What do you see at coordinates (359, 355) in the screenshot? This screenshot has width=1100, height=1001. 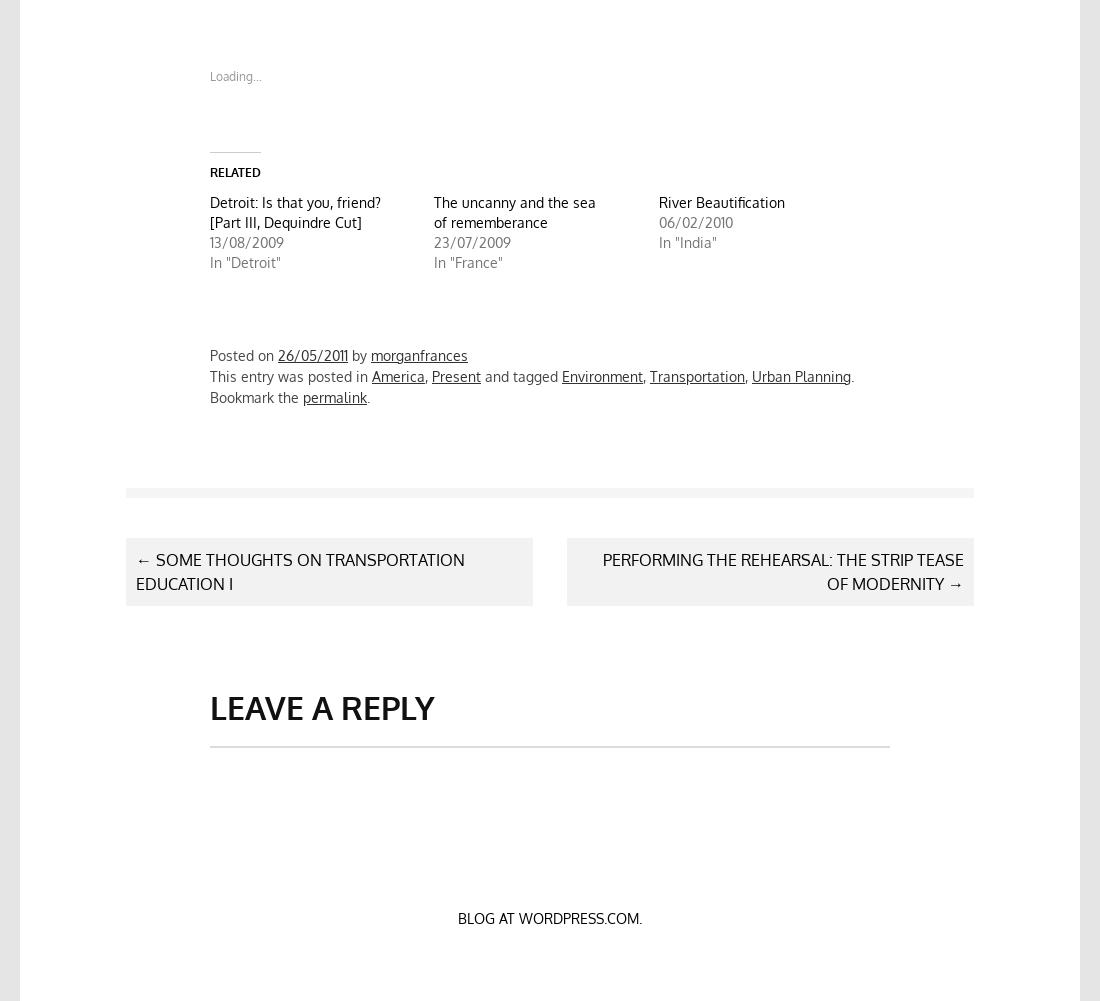 I see `'by'` at bounding box center [359, 355].